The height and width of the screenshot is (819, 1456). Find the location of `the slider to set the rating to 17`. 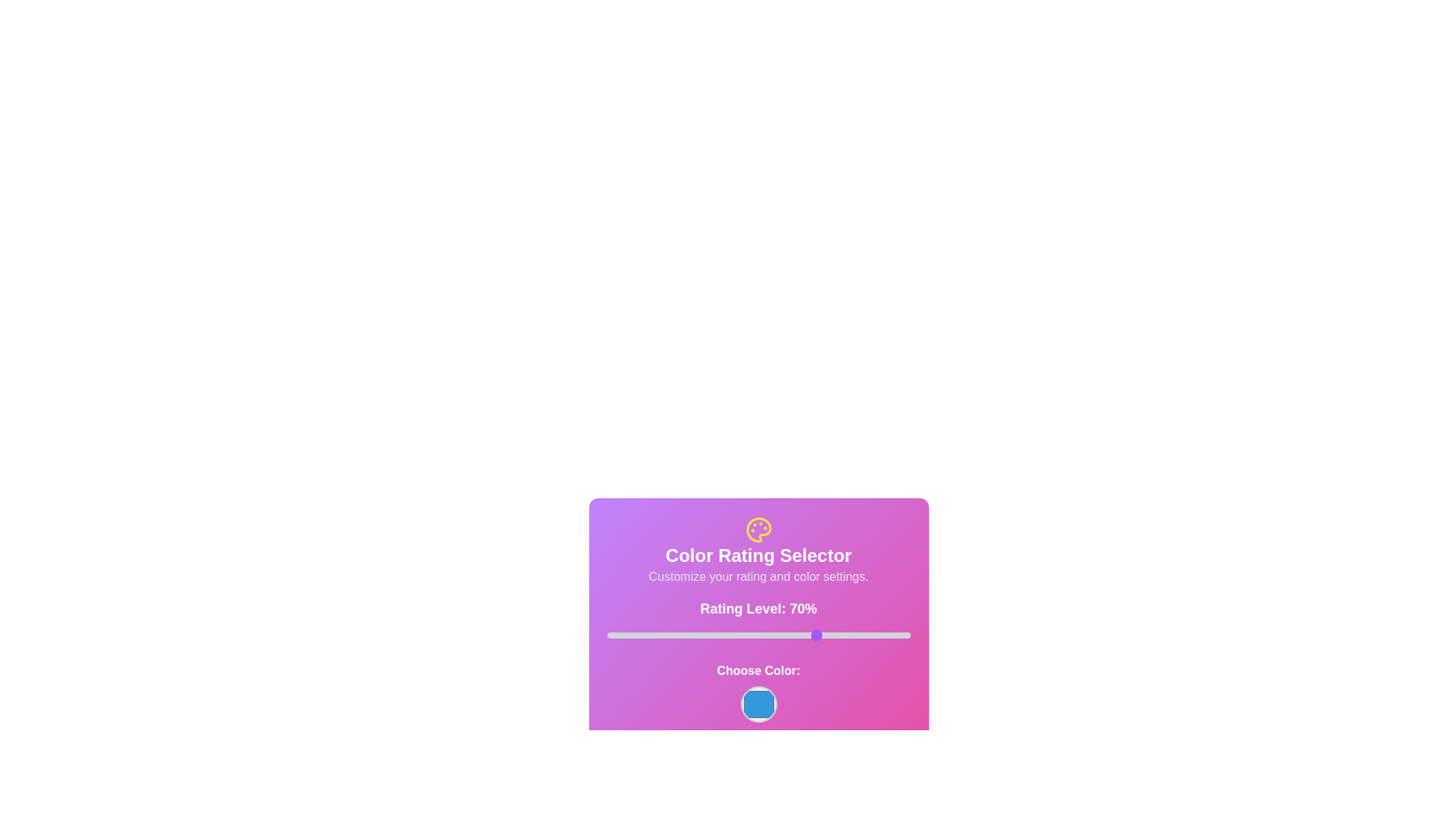

the slider to set the rating to 17 is located at coordinates (658, 635).